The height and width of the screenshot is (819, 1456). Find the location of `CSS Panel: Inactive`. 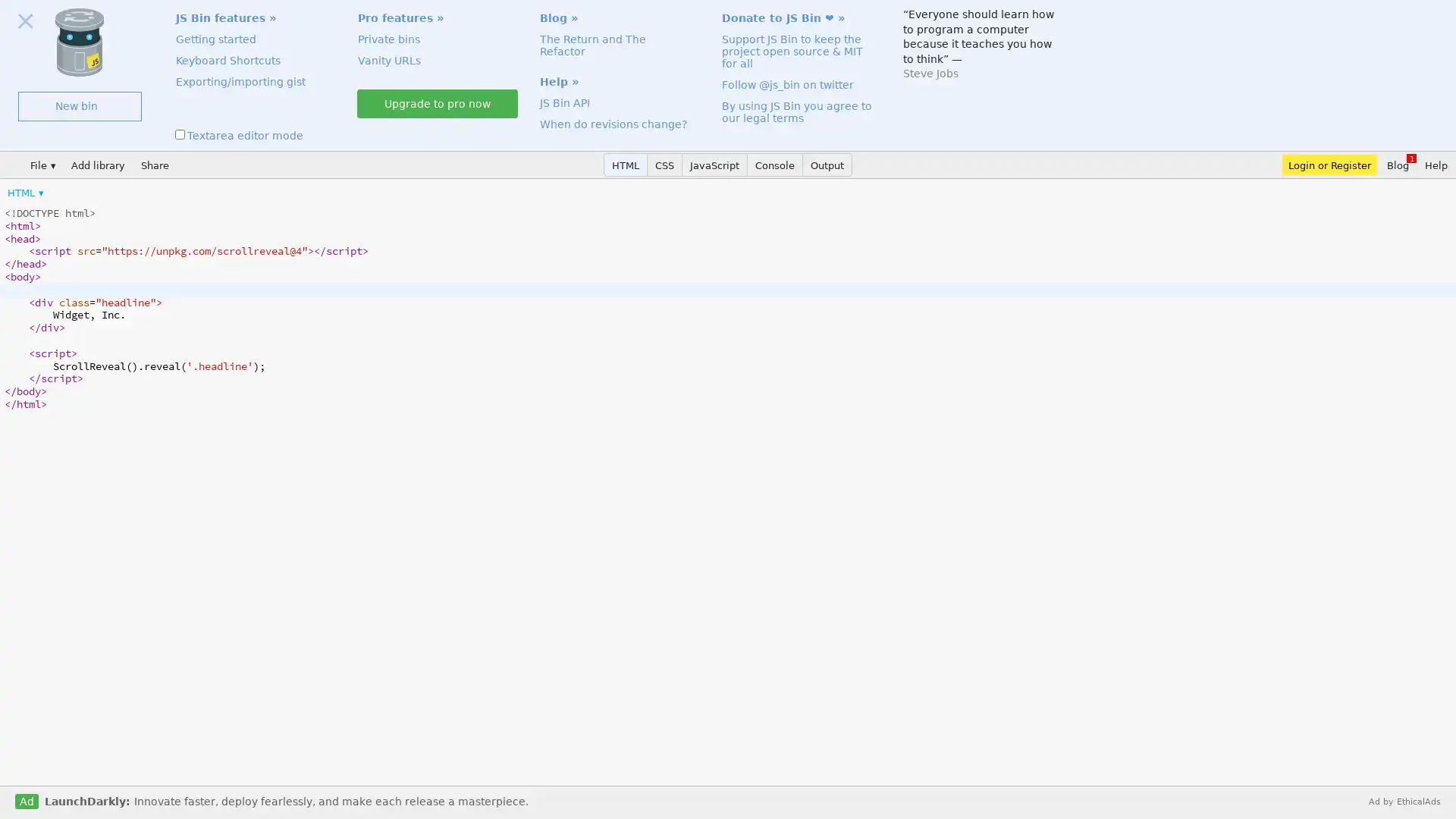

CSS Panel: Inactive is located at coordinates (665, 165).